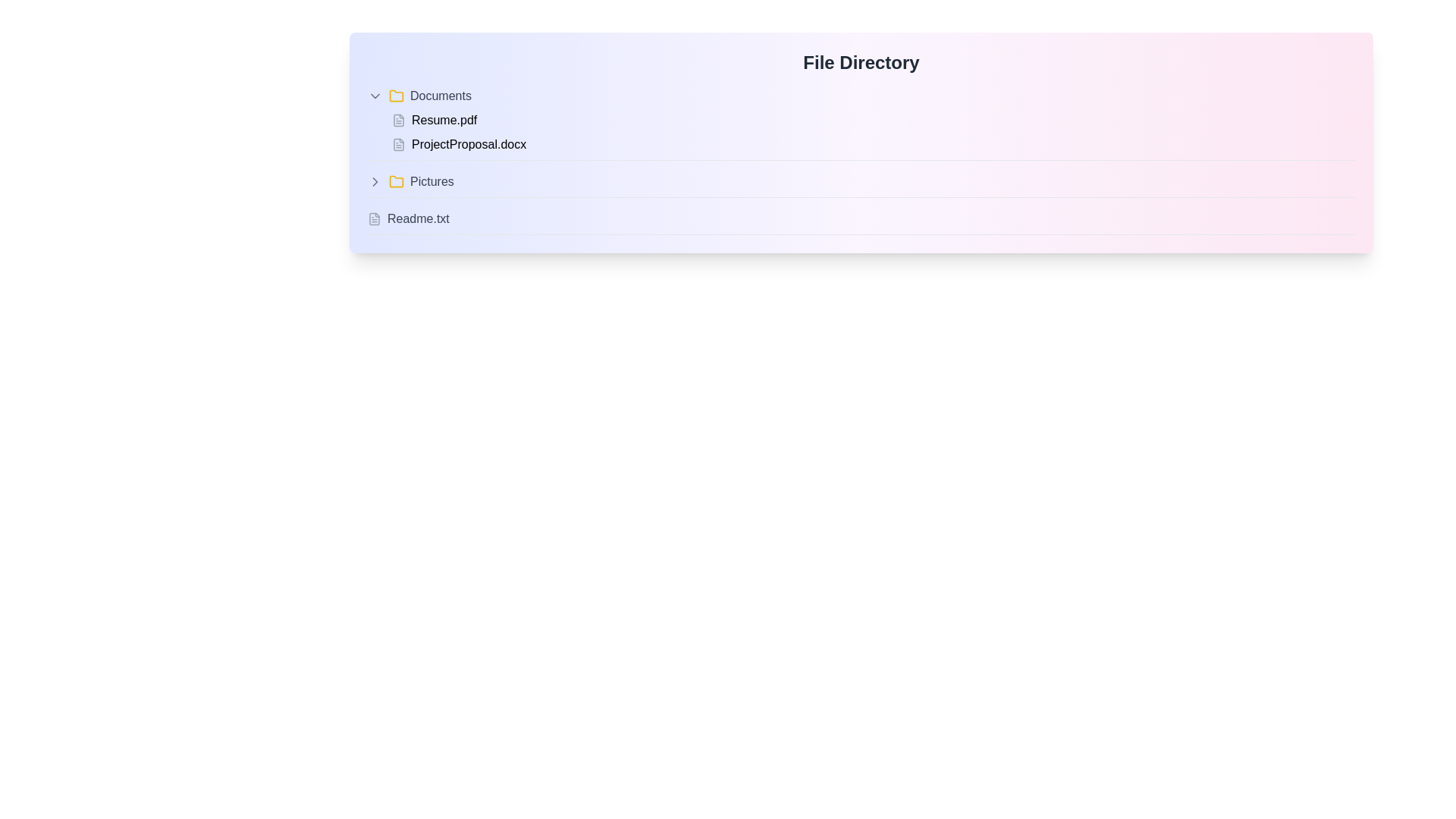 The width and height of the screenshot is (1456, 819). Describe the element at coordinates (375, 180) in the screenshot. I see `the small rightward-pointing chevron icon located to the left of the 'Pictures' folder name in the 'File Directory' interface` at that location.